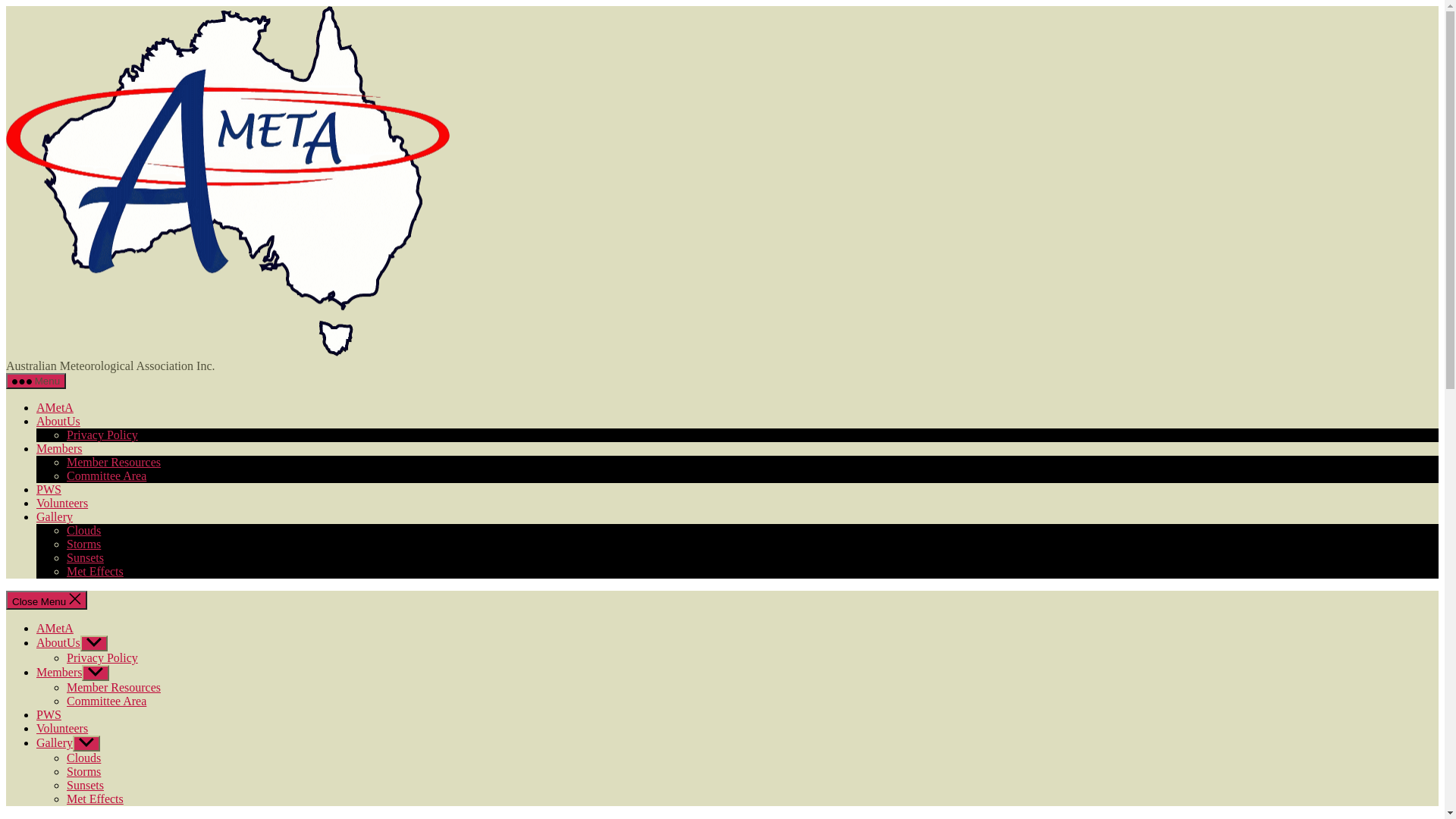  Describe the element at coordinates (101, 657) in the screenshot. I see `'Privacy Policy'` at that location.